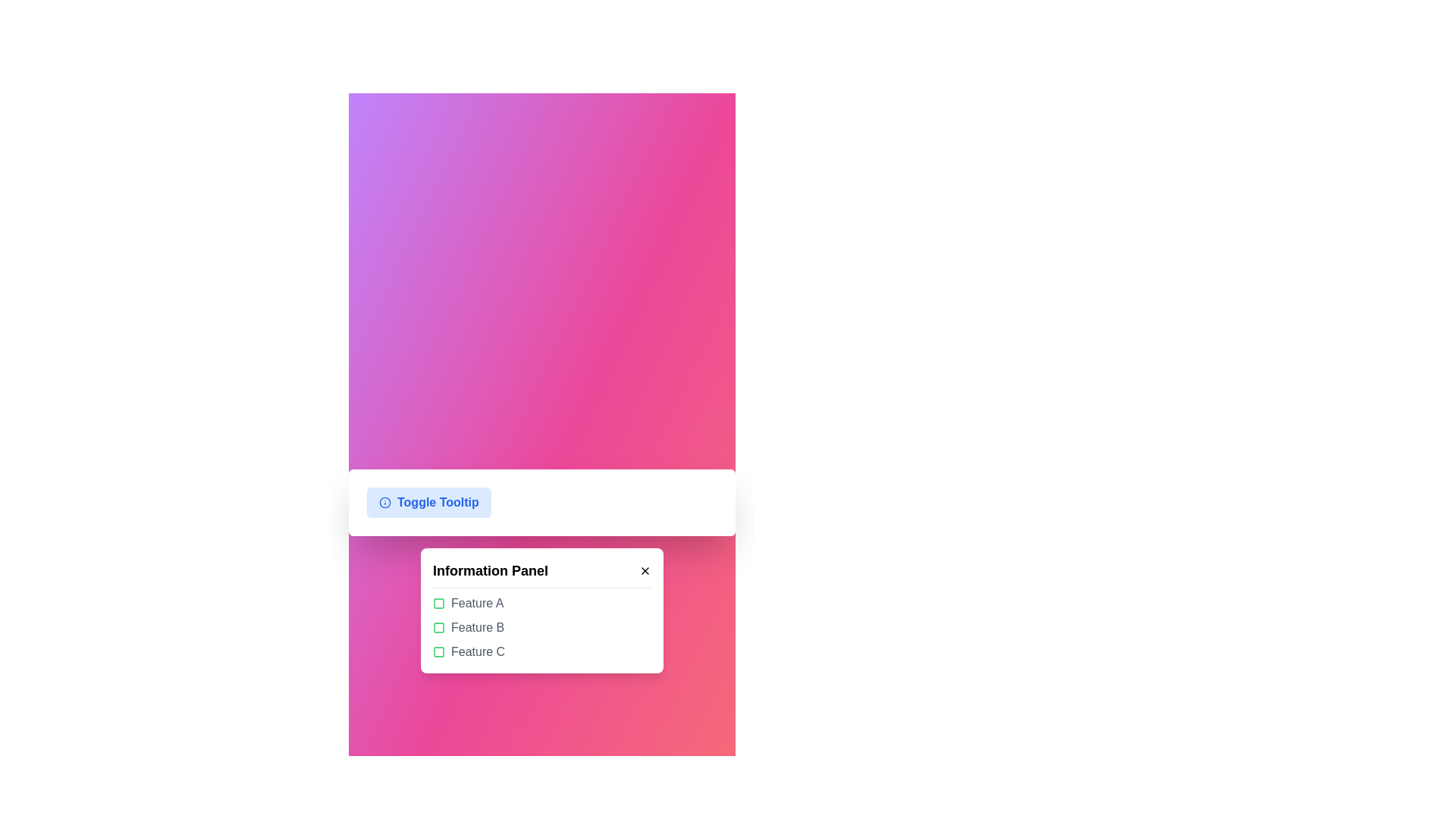  Describe the element at coordinates (385, 503) in the screenshot. I see `the visual style of the Circle graphic within the information icon, which is part of the 'Toggle Tooltip' button` at that location.